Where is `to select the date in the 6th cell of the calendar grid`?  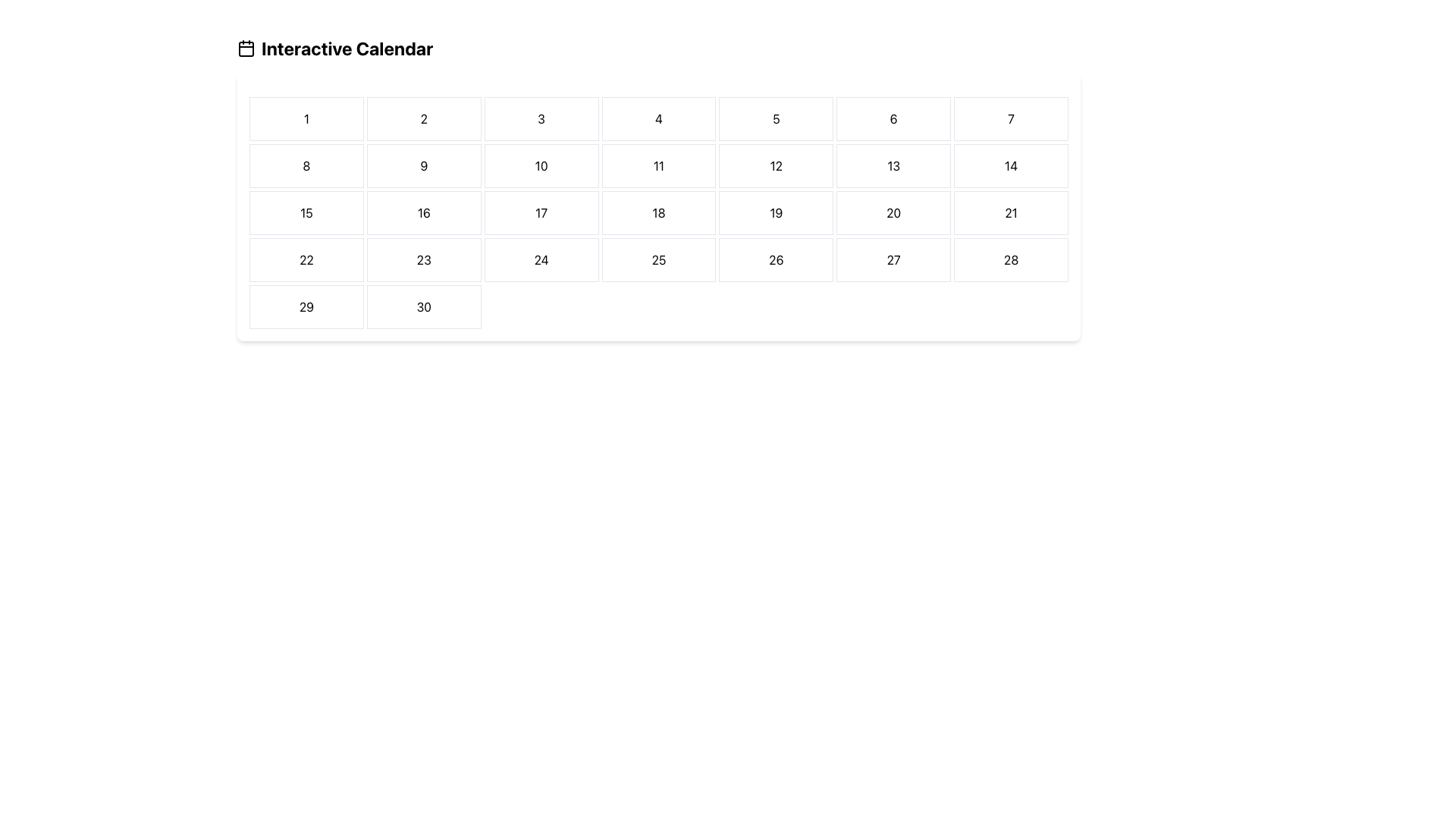 to select the date in the 6th cell of the calendar grid is located at coordinates (893, 118).